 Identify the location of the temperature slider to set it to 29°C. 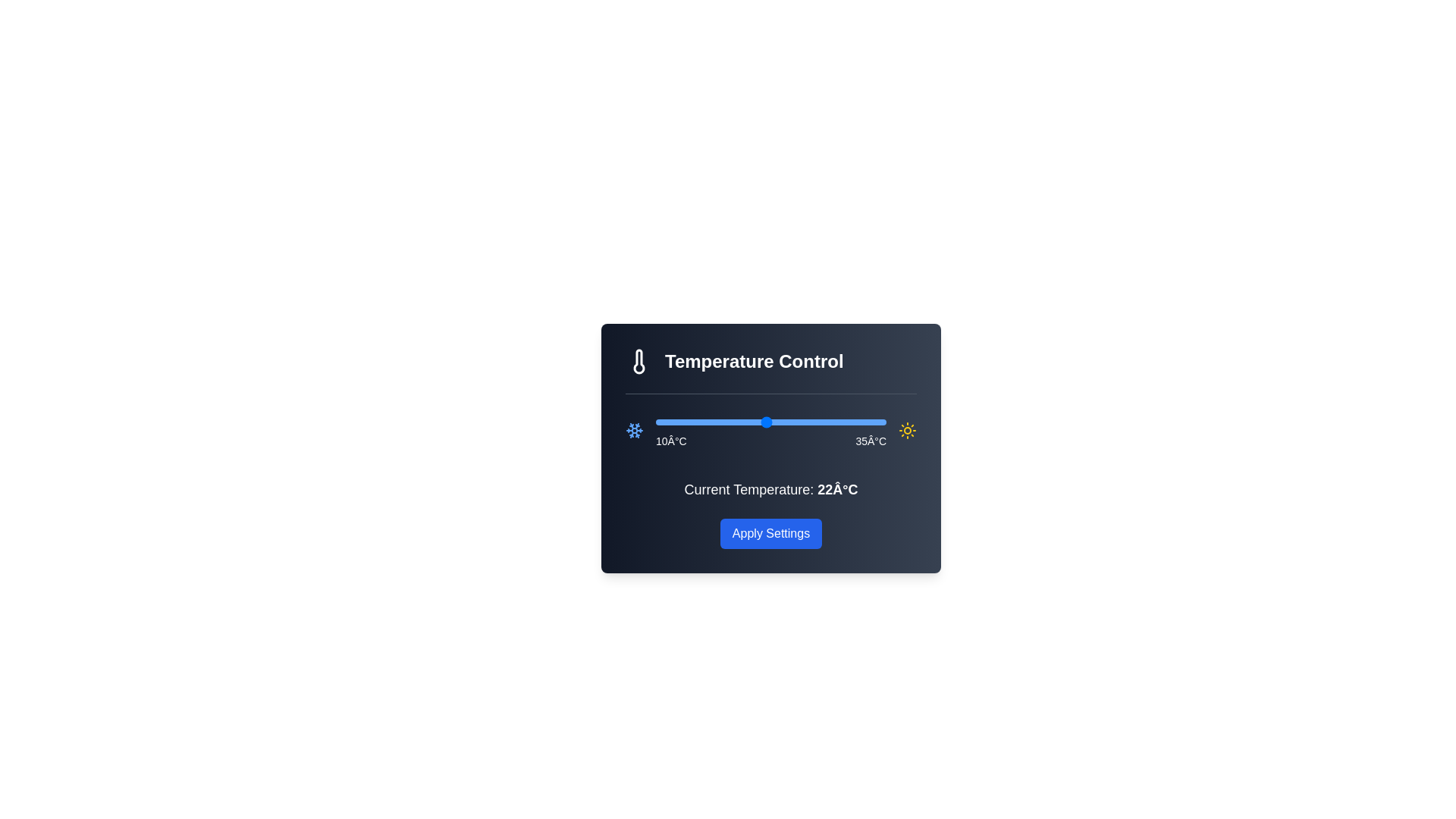
(830, 422).